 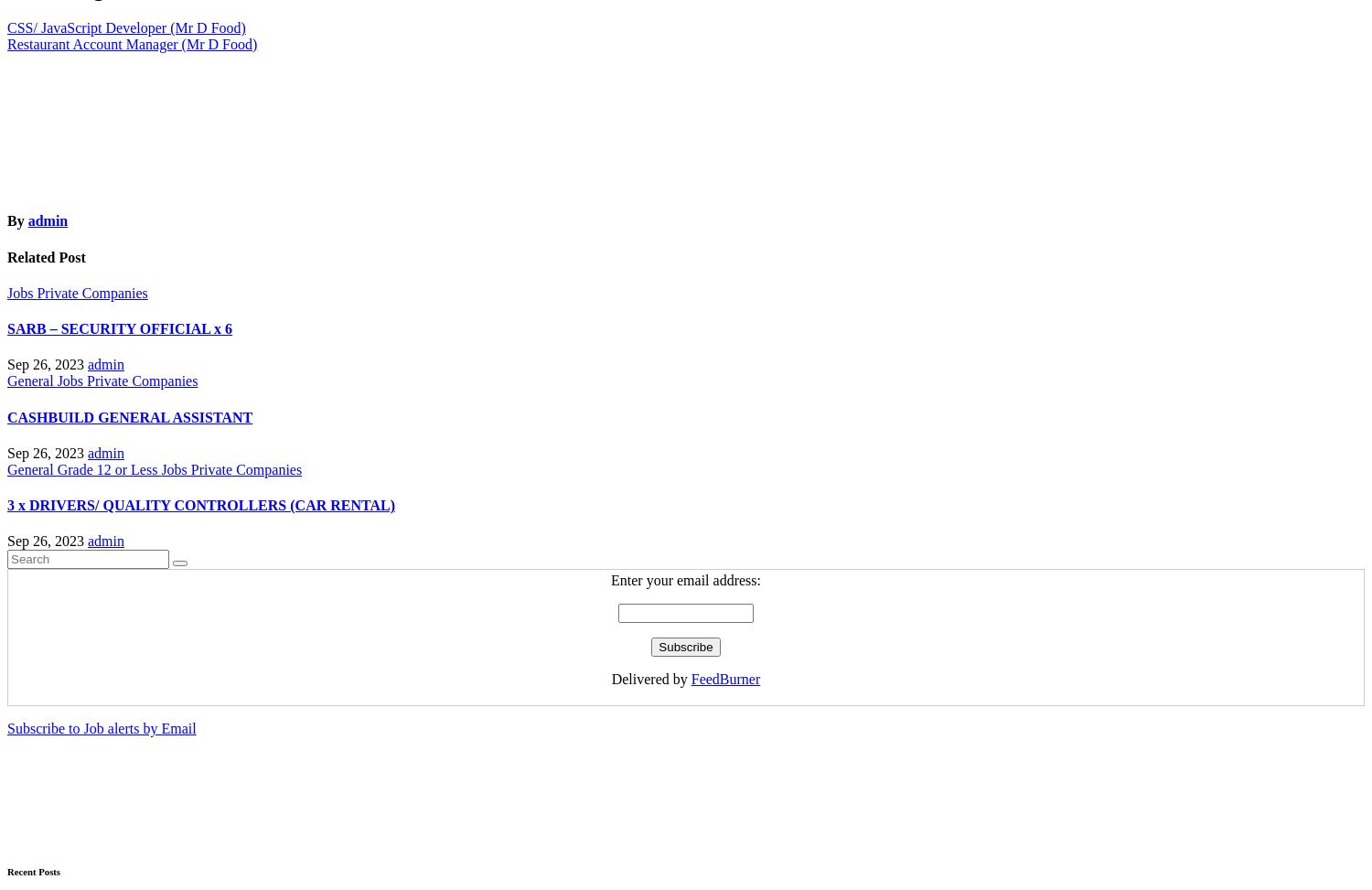 What do you see at coordinates (649, 679) in the screenshot?
I see `'Delivered by'` at bounding box center [649, 679].